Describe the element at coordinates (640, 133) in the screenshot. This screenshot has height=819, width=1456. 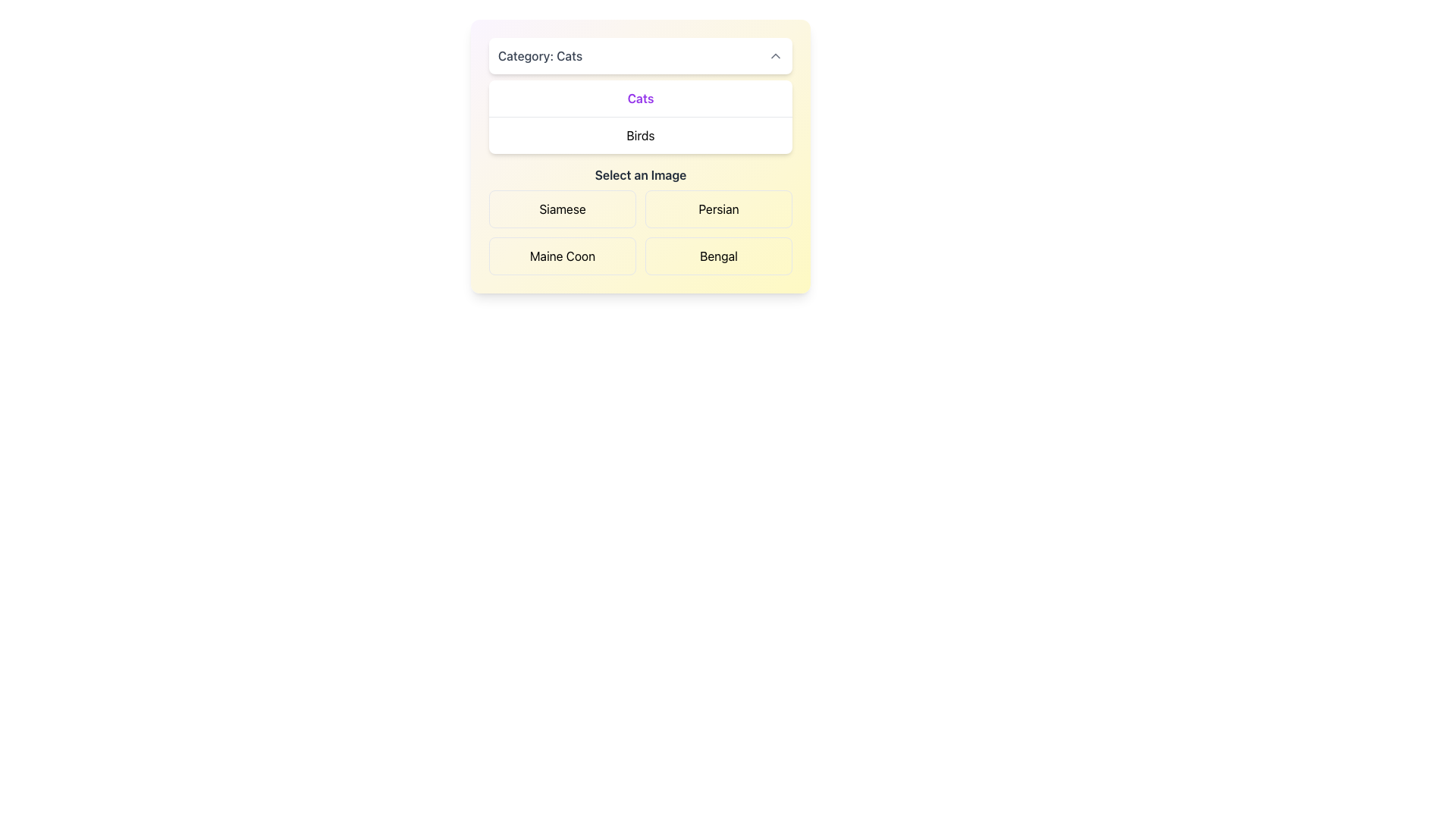
I see `the 'Birds' category option in the selectable list item located below the 'Cats' option` at that location.